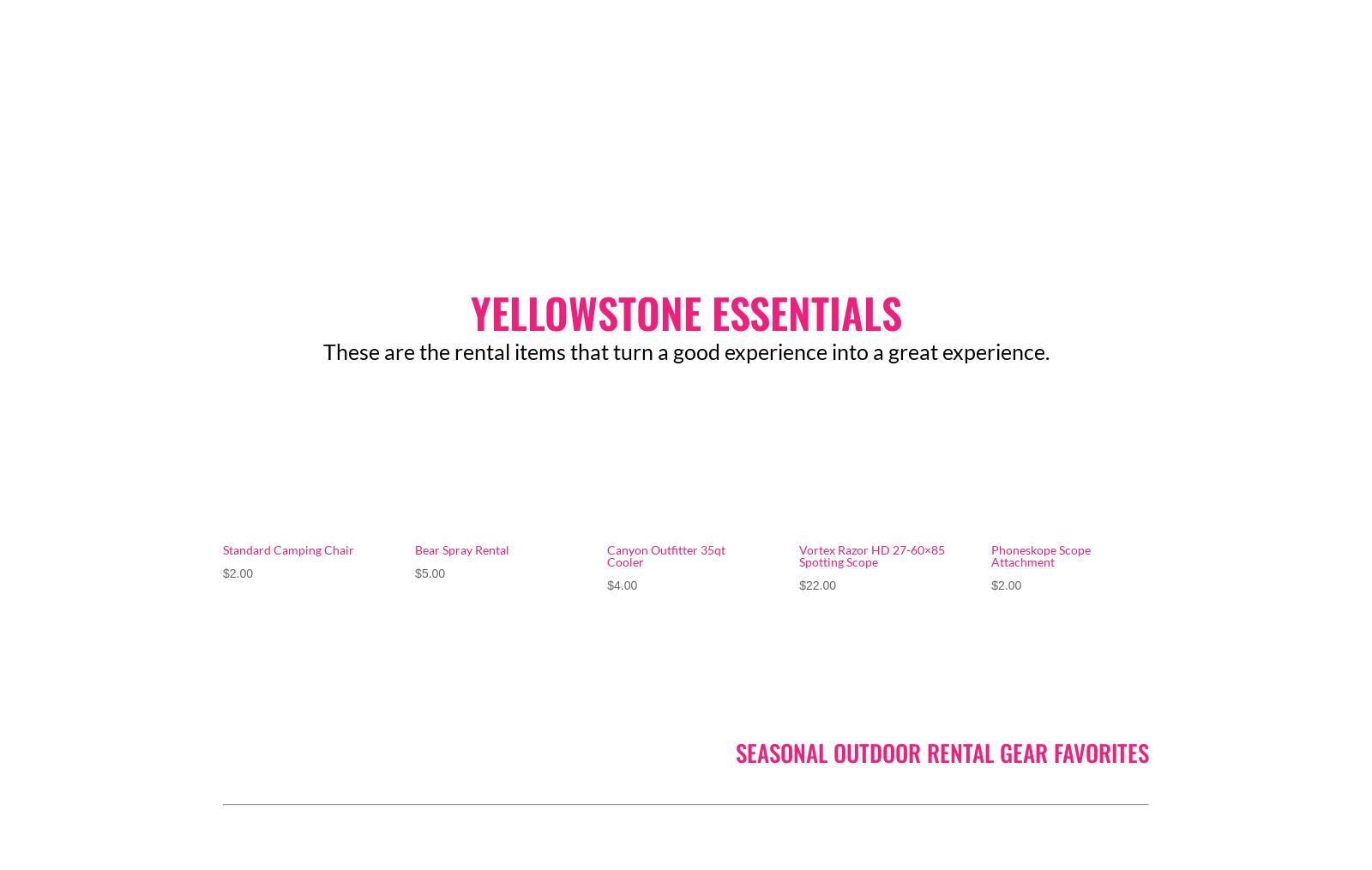 This screenshot has height=870, width=1372. Describe the element at coordinates (685, 351) in the screenshot. I see `'These are the rental items that turn a good experience into a great experience.'` at that location.